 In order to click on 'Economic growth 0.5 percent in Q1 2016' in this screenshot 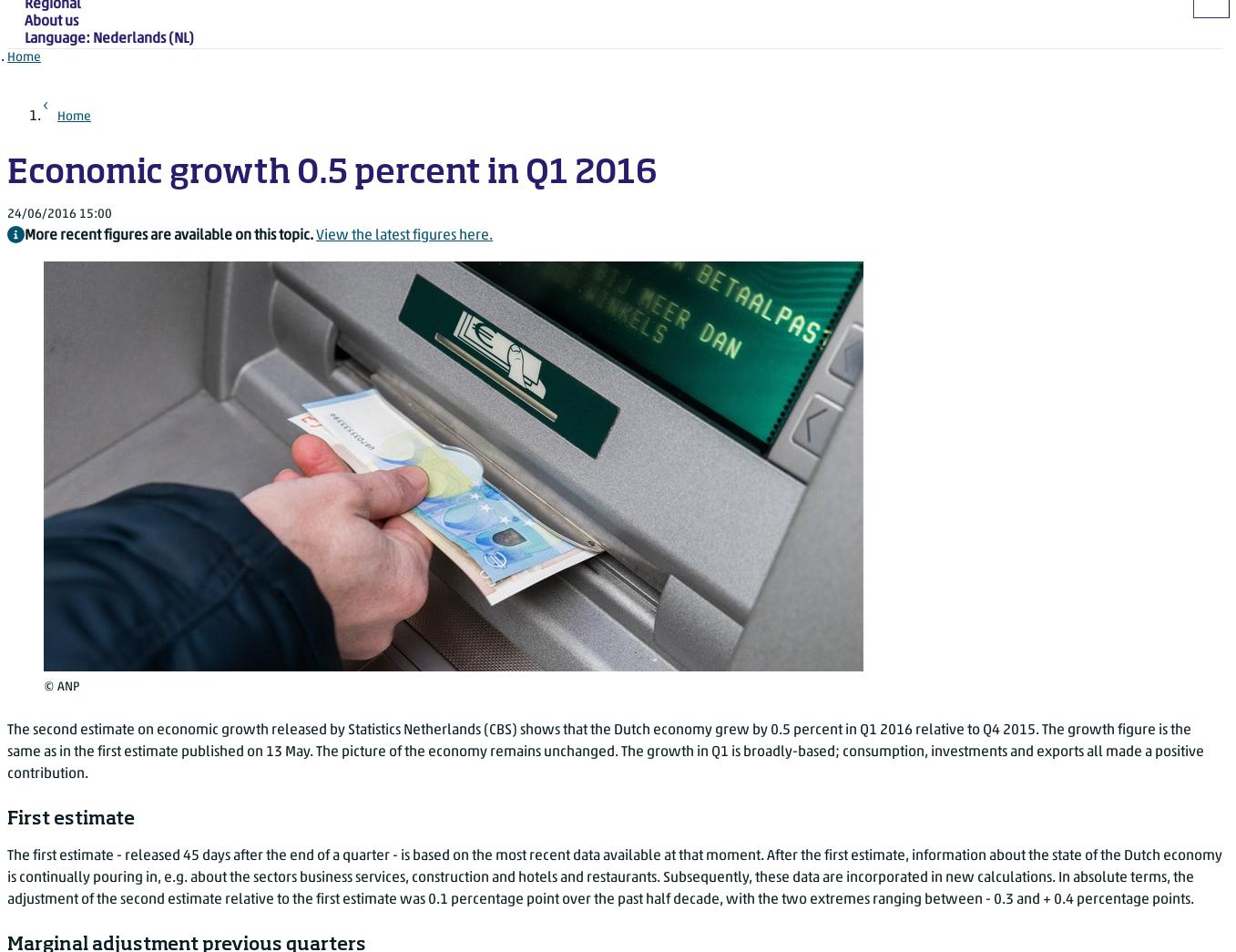, I will do `click(6, 174)`.